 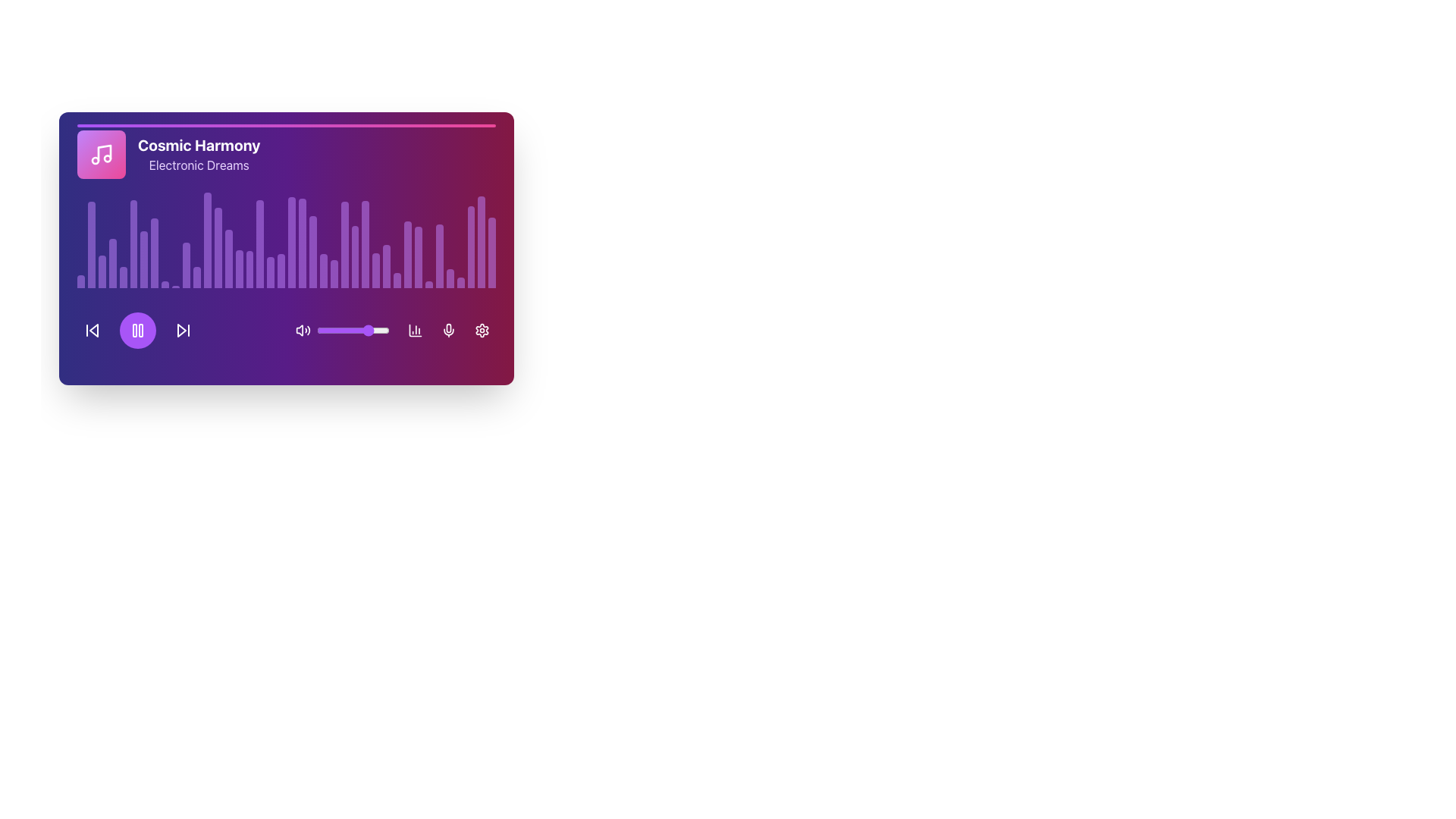 I want to click on the microphone icon located at the bottom-right section of the card interface, so click(x=447, y=327).